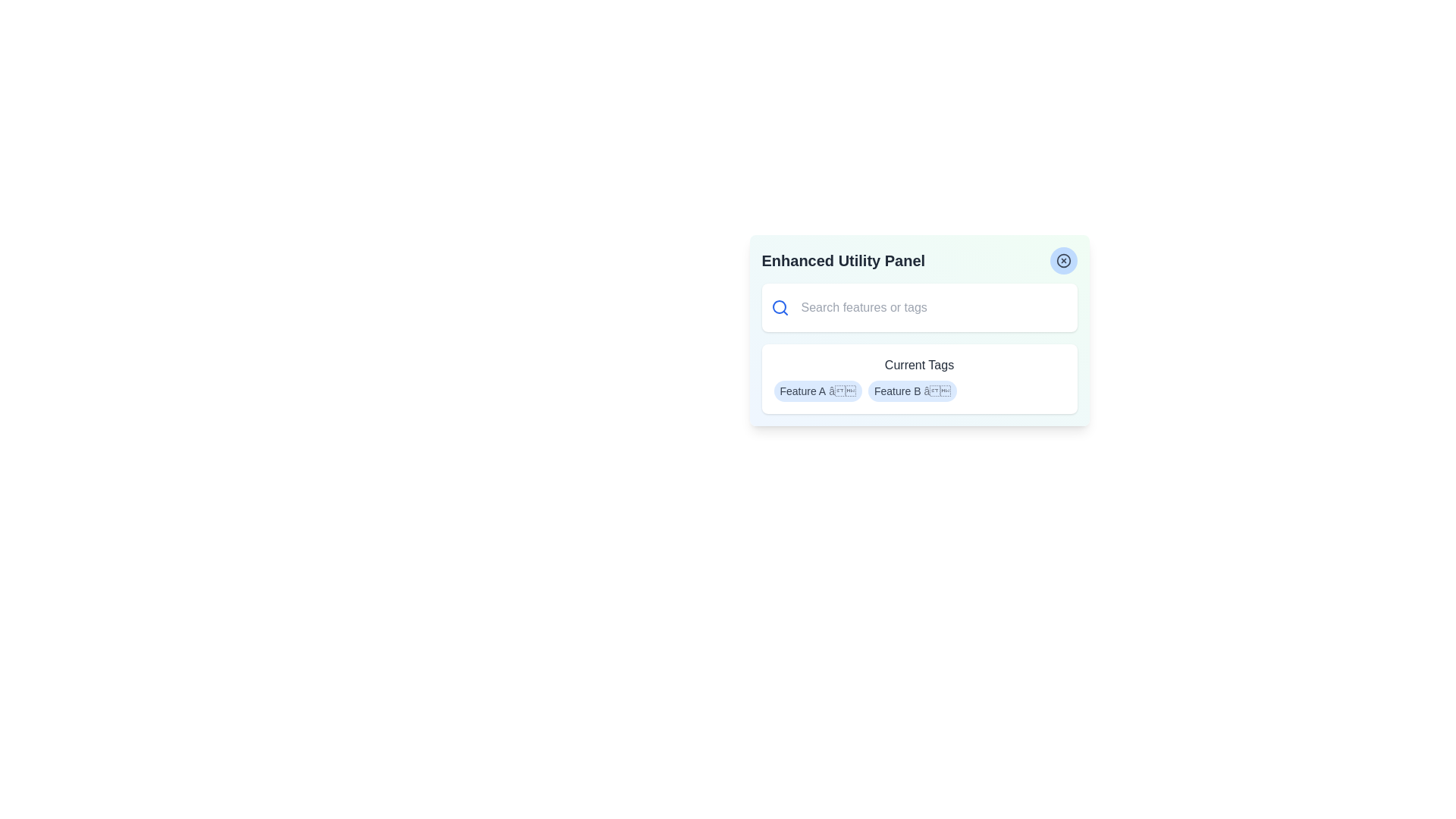 The width and height of the screenshot is (1456, 819). What do you see at coordinates (918, 329) in the screenshot?
I see `within the 'Enhanced Utility Panel' which has a gradient background from blue to green, a title, a search bar, and a section for 'Current Tags'` at bounding box center [918, 329].